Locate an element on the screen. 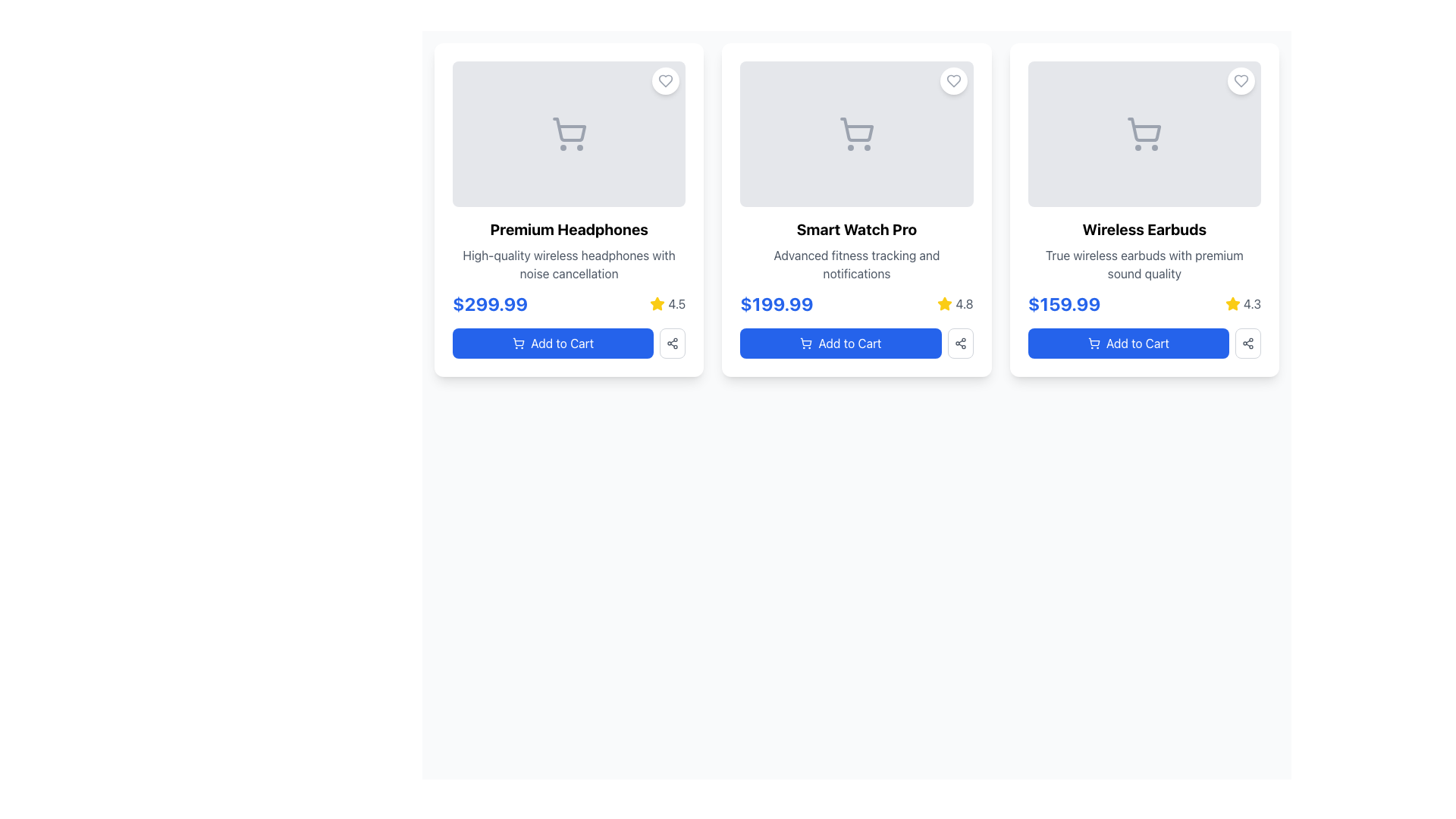 This screenshot has height=819, width=1456. the visual depiction of the shopping cart icon representing shopping-related actions within the product card for 'Premium Headphones' is located at coordinates (519, 342).